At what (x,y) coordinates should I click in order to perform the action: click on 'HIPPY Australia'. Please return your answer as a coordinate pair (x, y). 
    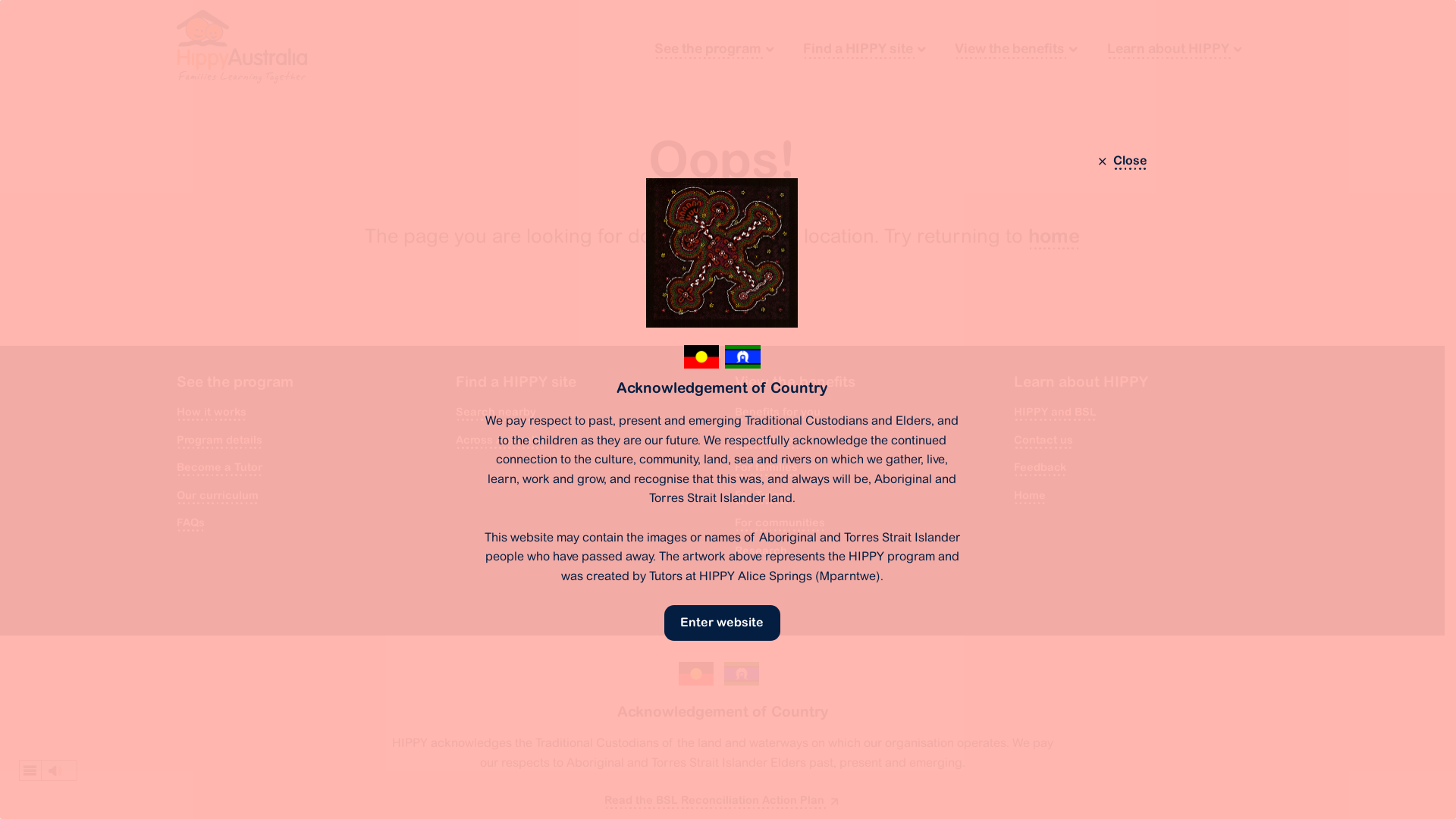
    Looking at the image, I should click on (240, 45).